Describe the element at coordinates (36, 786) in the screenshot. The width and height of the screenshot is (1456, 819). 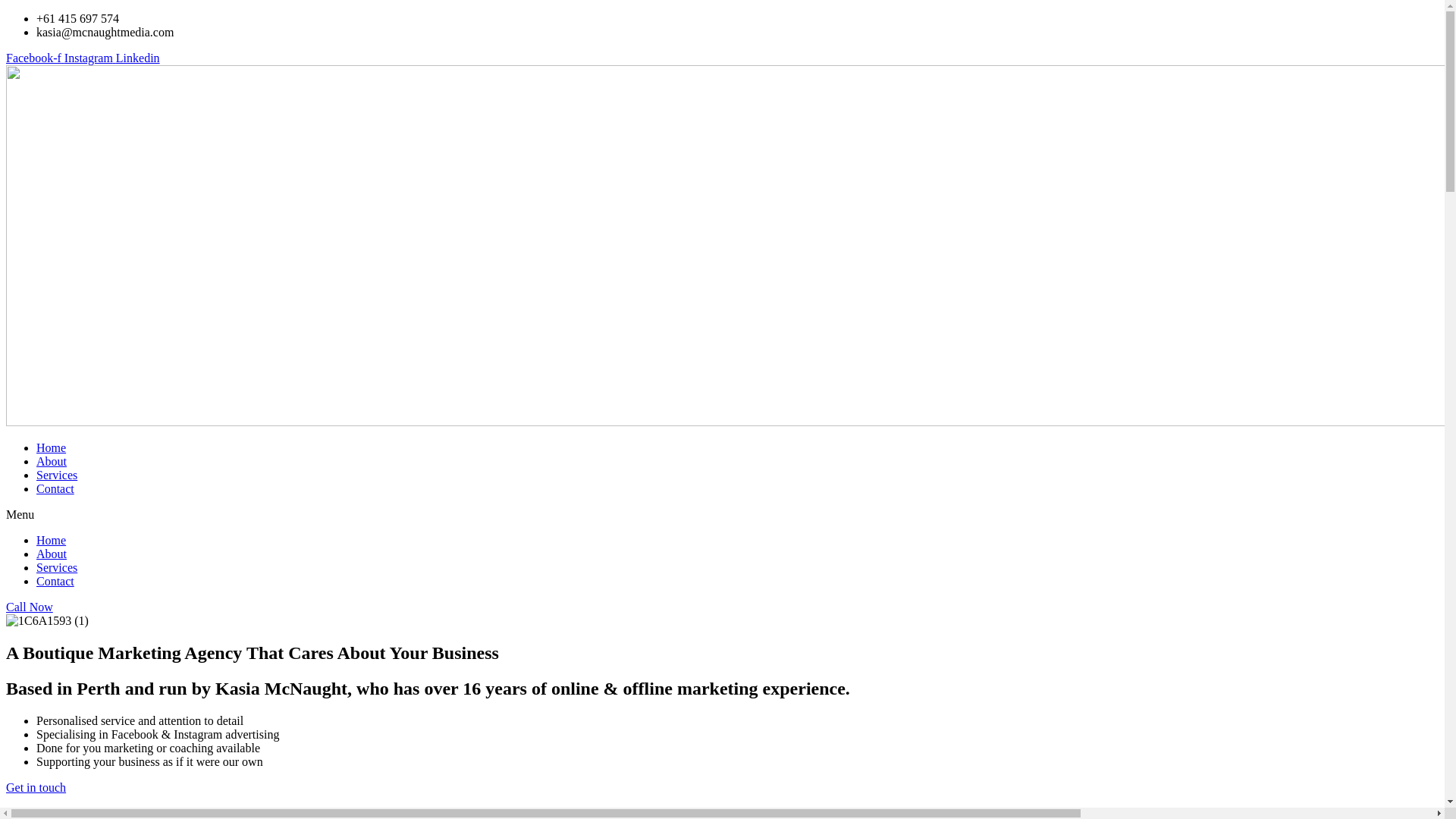
I see `'Get in touch'` at that location.